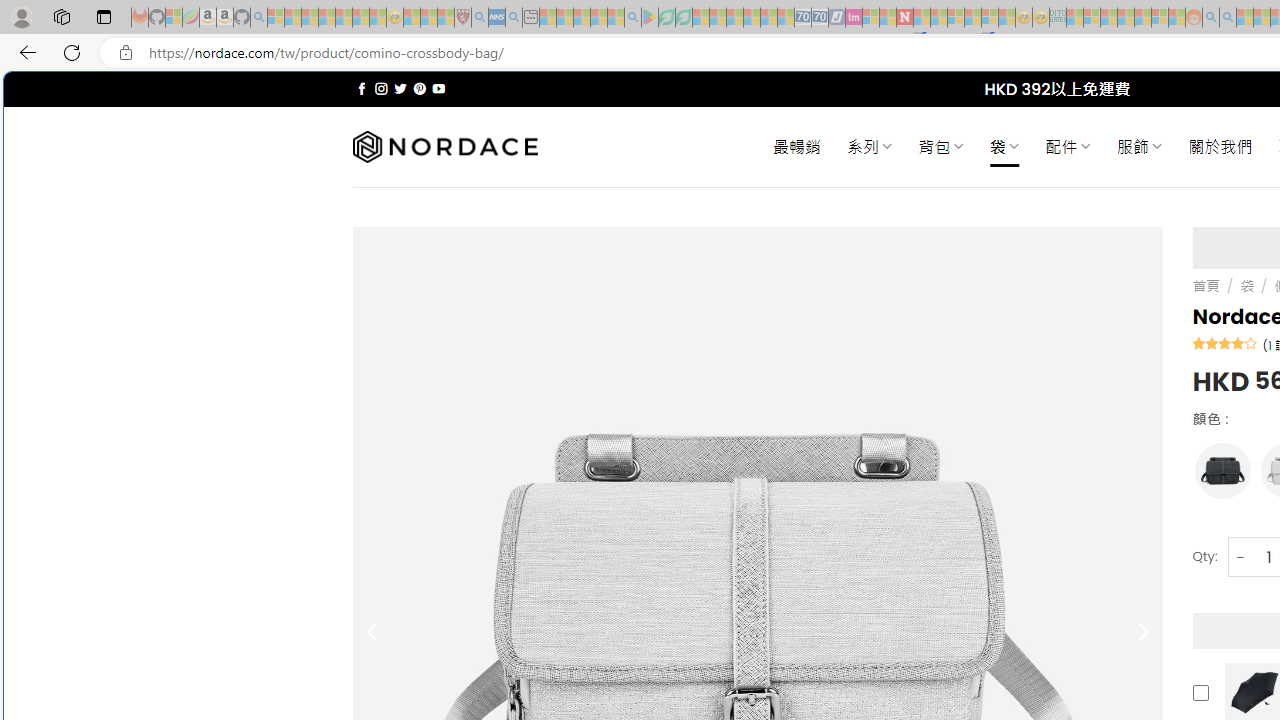 The width and height of the screenshot is (1280, 720). What do you see at coordinates (1239, 557) in the screenshot?
I see `'-'` at bounding box center [1239, 557].